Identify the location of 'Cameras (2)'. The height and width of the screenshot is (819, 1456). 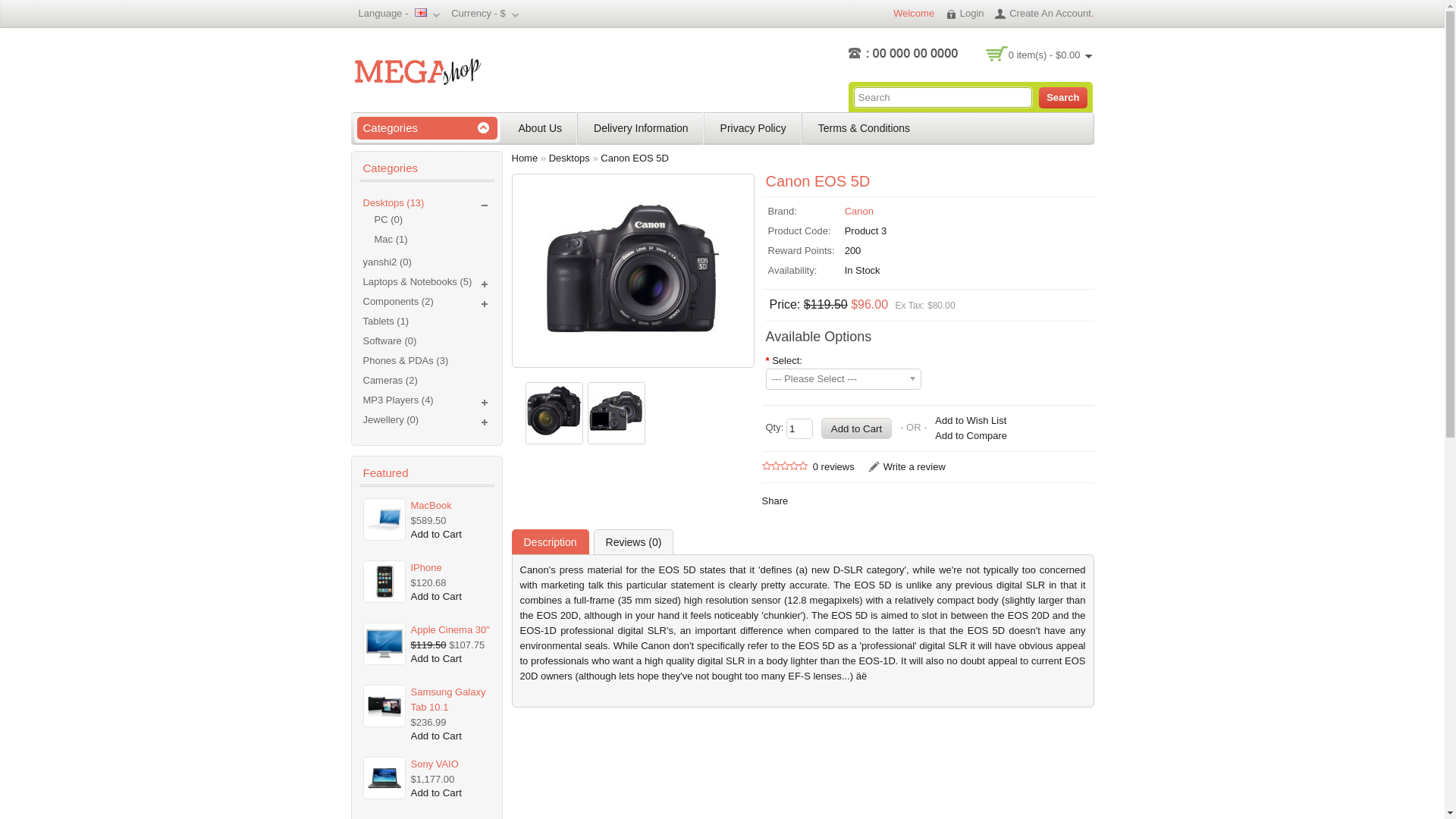
(362, 379).